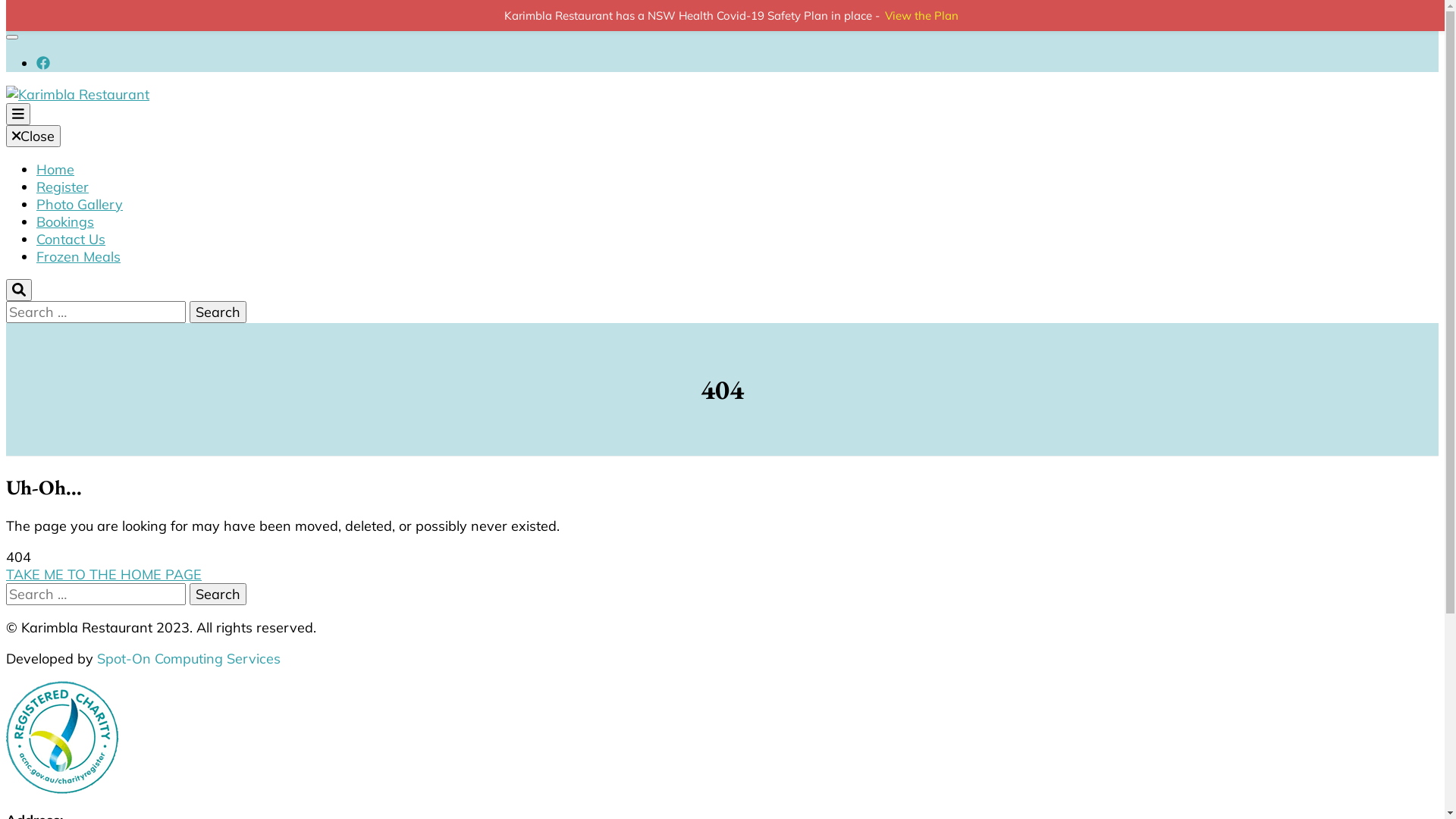  I want to click on 'View the Plan', so click(921, 15).